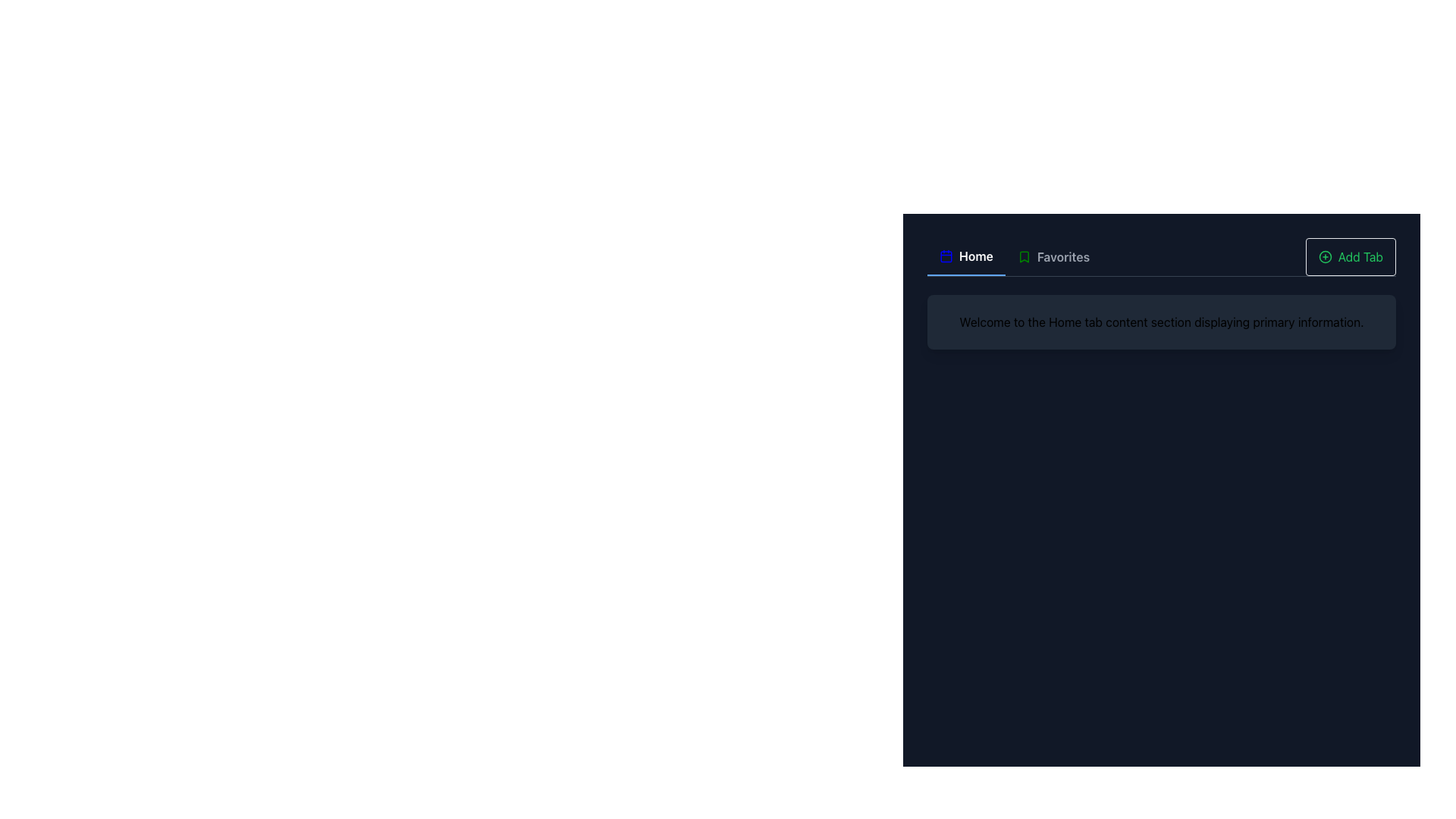 This screenshot has width=1456, height=819. Describe the element at coordinates (1024, 256) in the screenshot. I see `the bookmark icon, which is an SVG element outlined in green located in the top-right portion of the interface near the navigation bar` at that location.